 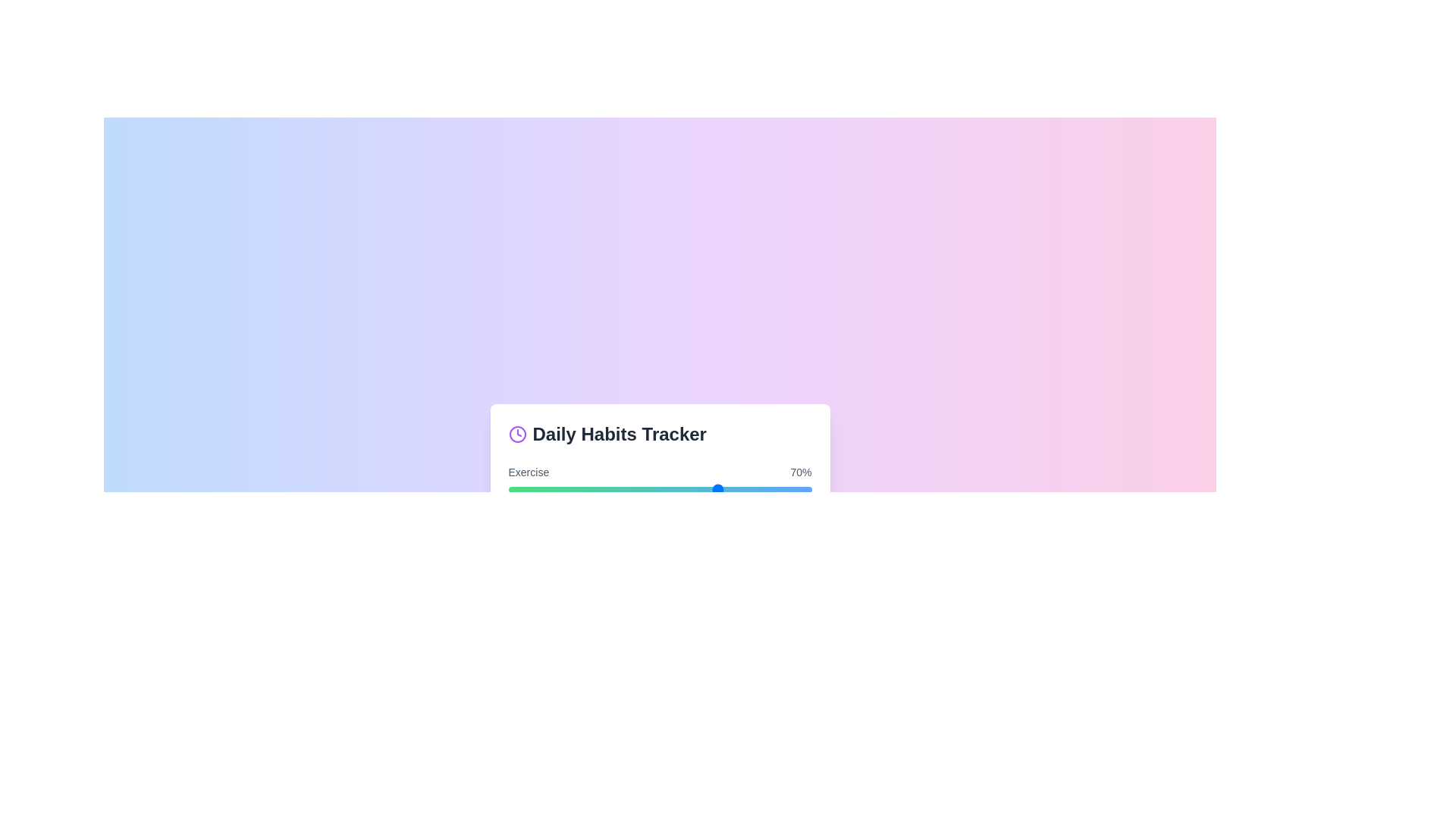 I want to click on the progress bar for a habit to 35%, so click(x=614, y=489).